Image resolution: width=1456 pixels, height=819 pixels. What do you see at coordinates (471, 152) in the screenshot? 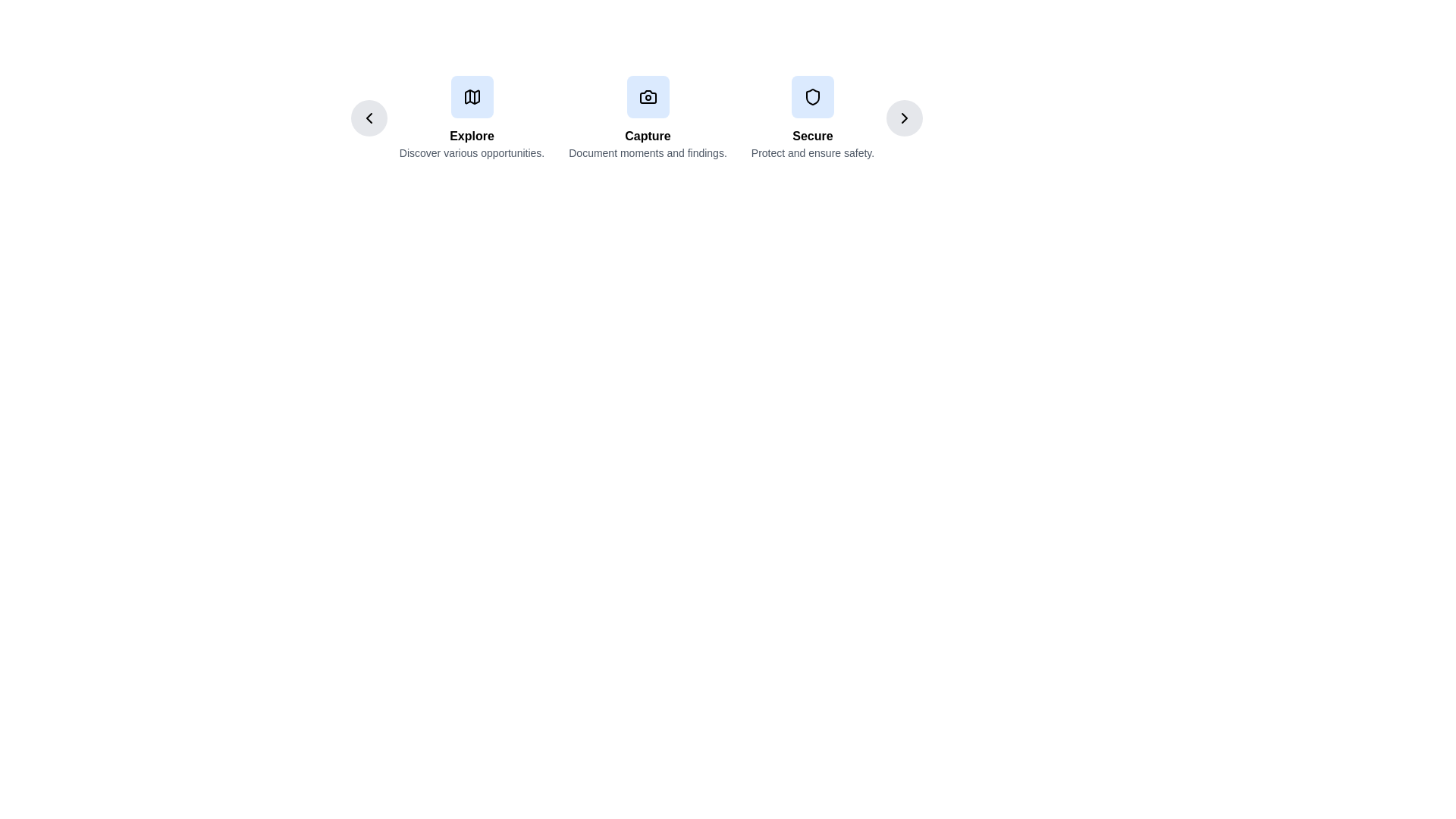
I see `descriptive text label located beneath the 'Explore' heading, which provides additional context to the user` at bounding box center [471, 152].